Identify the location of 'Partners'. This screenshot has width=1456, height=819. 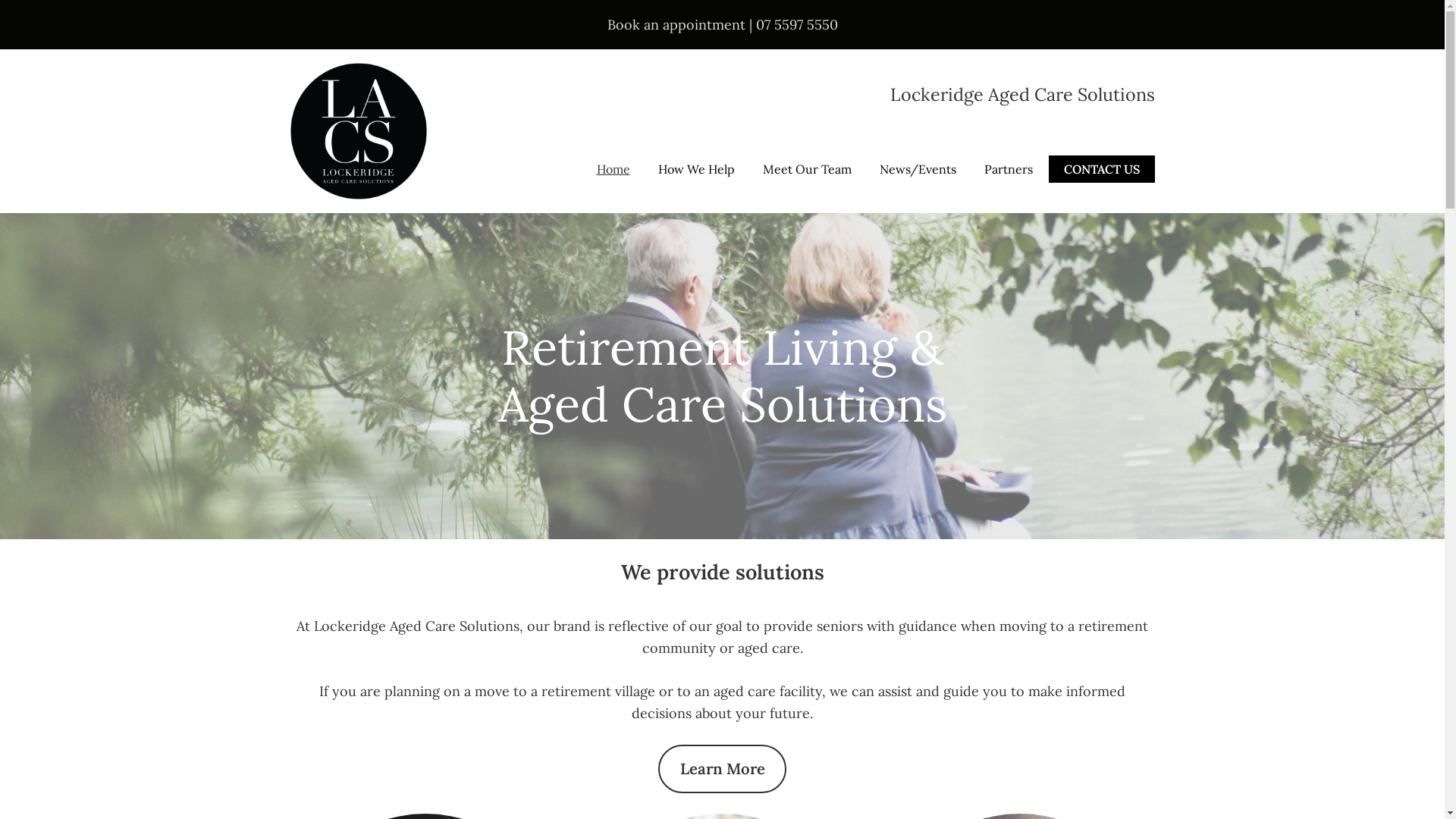
(1008, 169).